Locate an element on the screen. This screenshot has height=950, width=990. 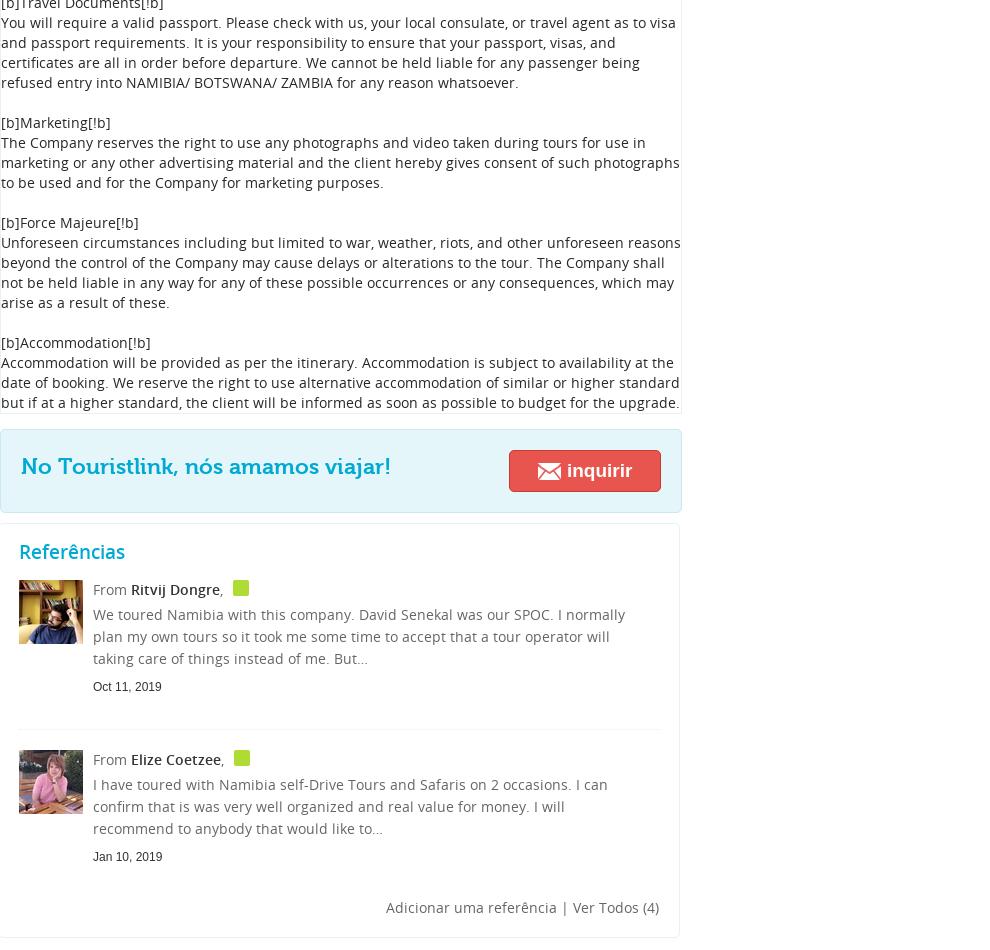
'We toured Namibia with this company. David Senekal was our SPOC. I normally plan my own tours so it took me some time to accept that a tour operator will taking care of things instead of me. But…' is located at coordinates (358, 636).